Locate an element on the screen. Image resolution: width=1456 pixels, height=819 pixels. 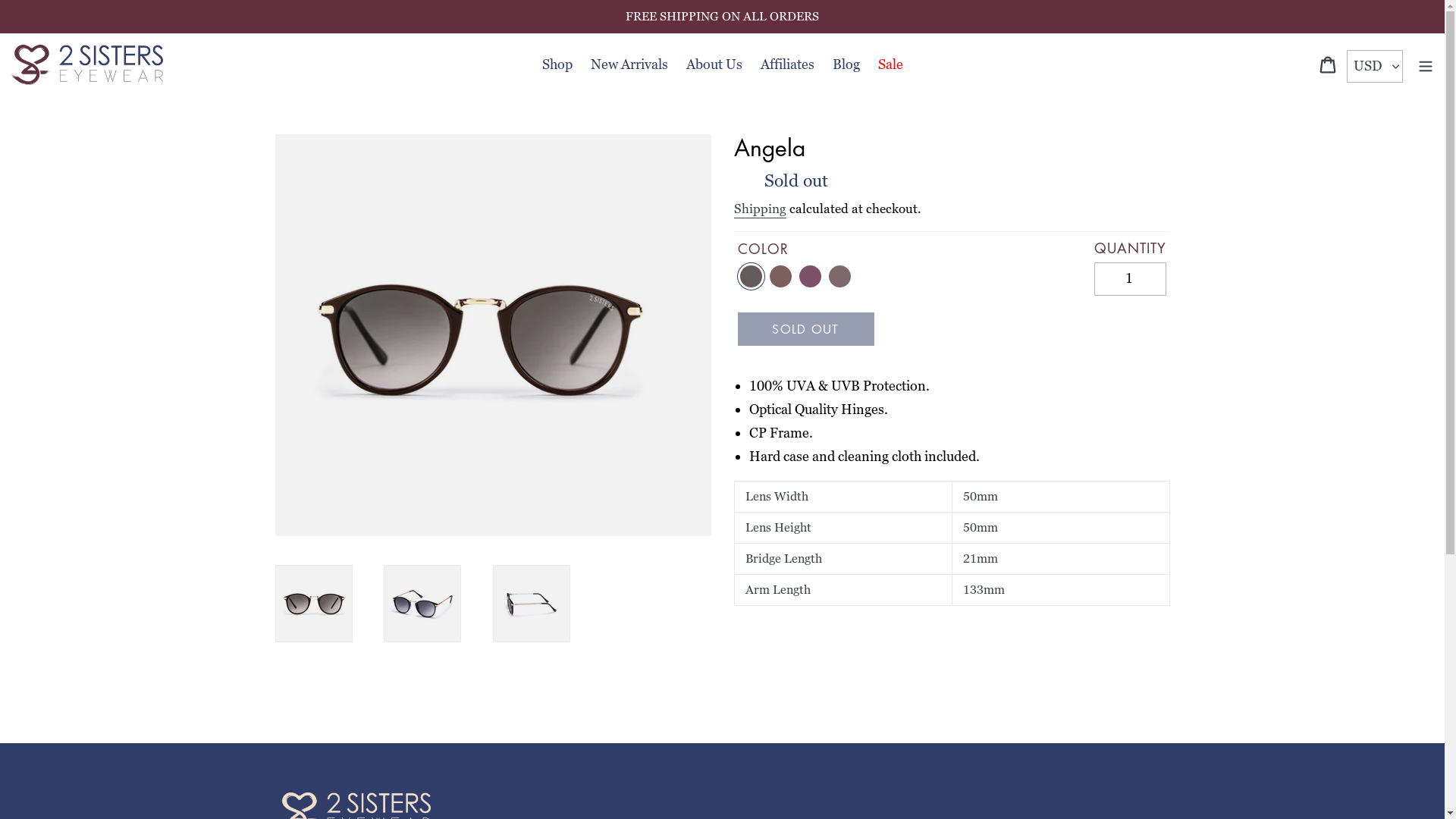
'Affiliates' is located at coordinates (786, 64).